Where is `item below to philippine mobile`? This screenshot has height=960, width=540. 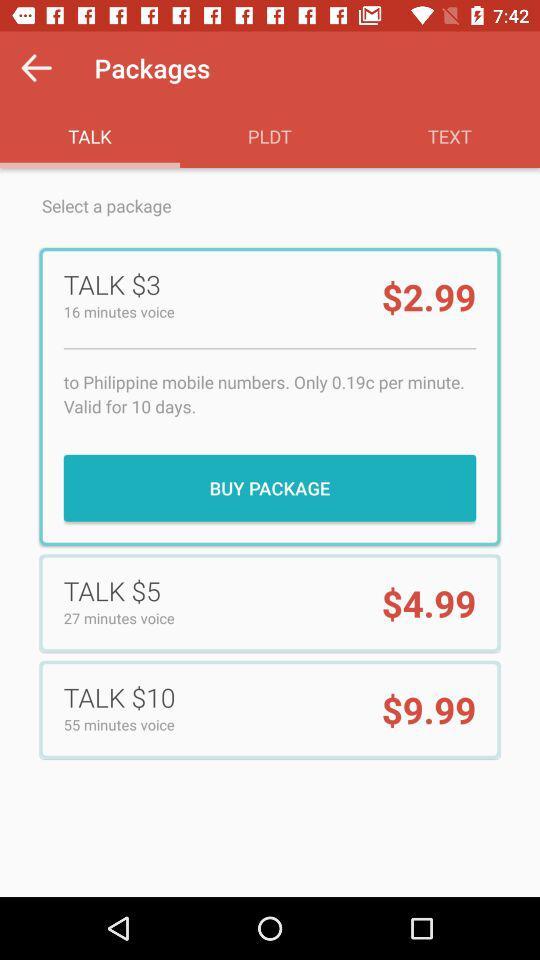 item below to philippine mobile is located at coordinates (270, 487).